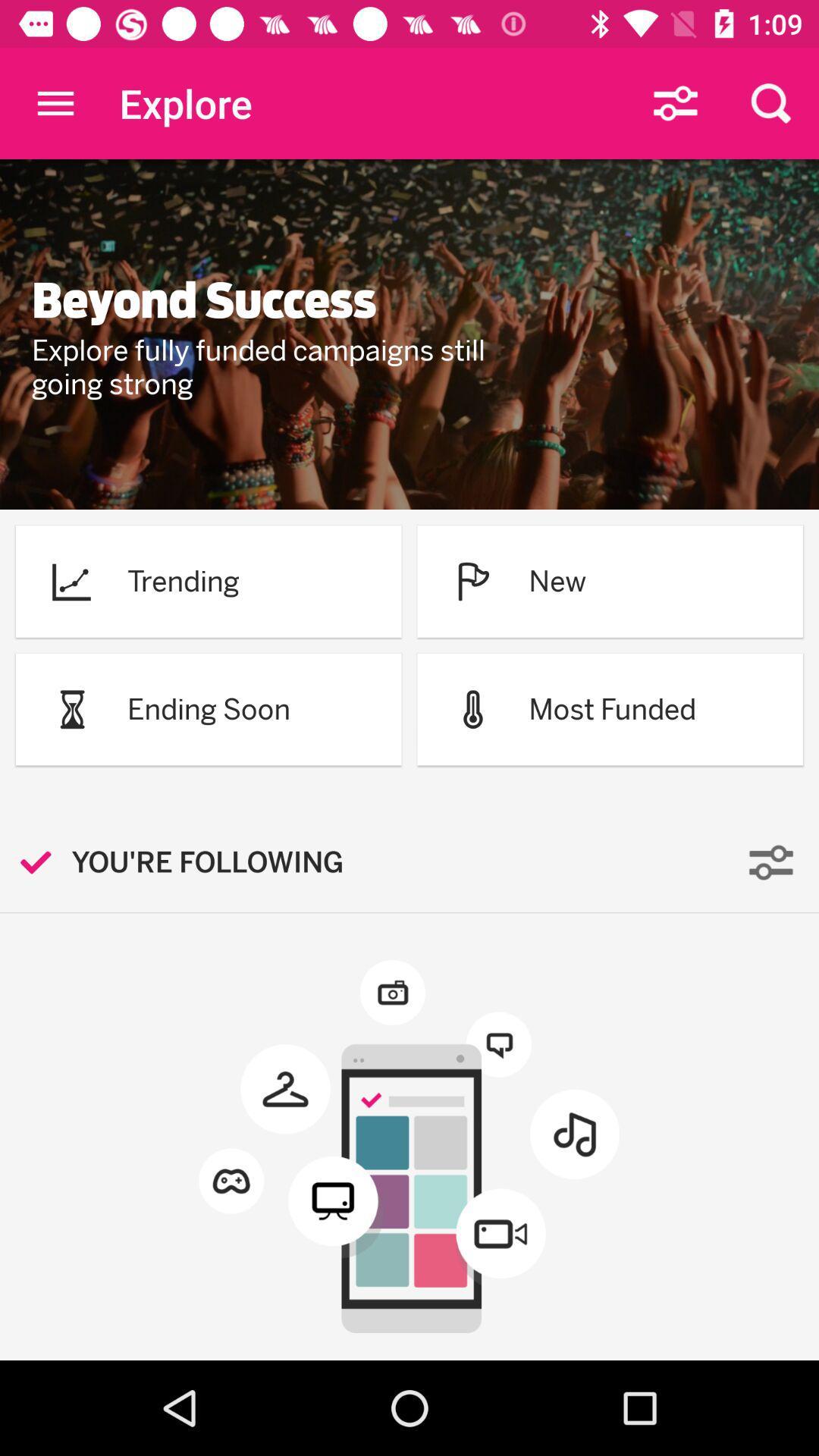 This screenshot has height=1456, width=819. I want to click on the icon next to the trending, so click(71, 580).